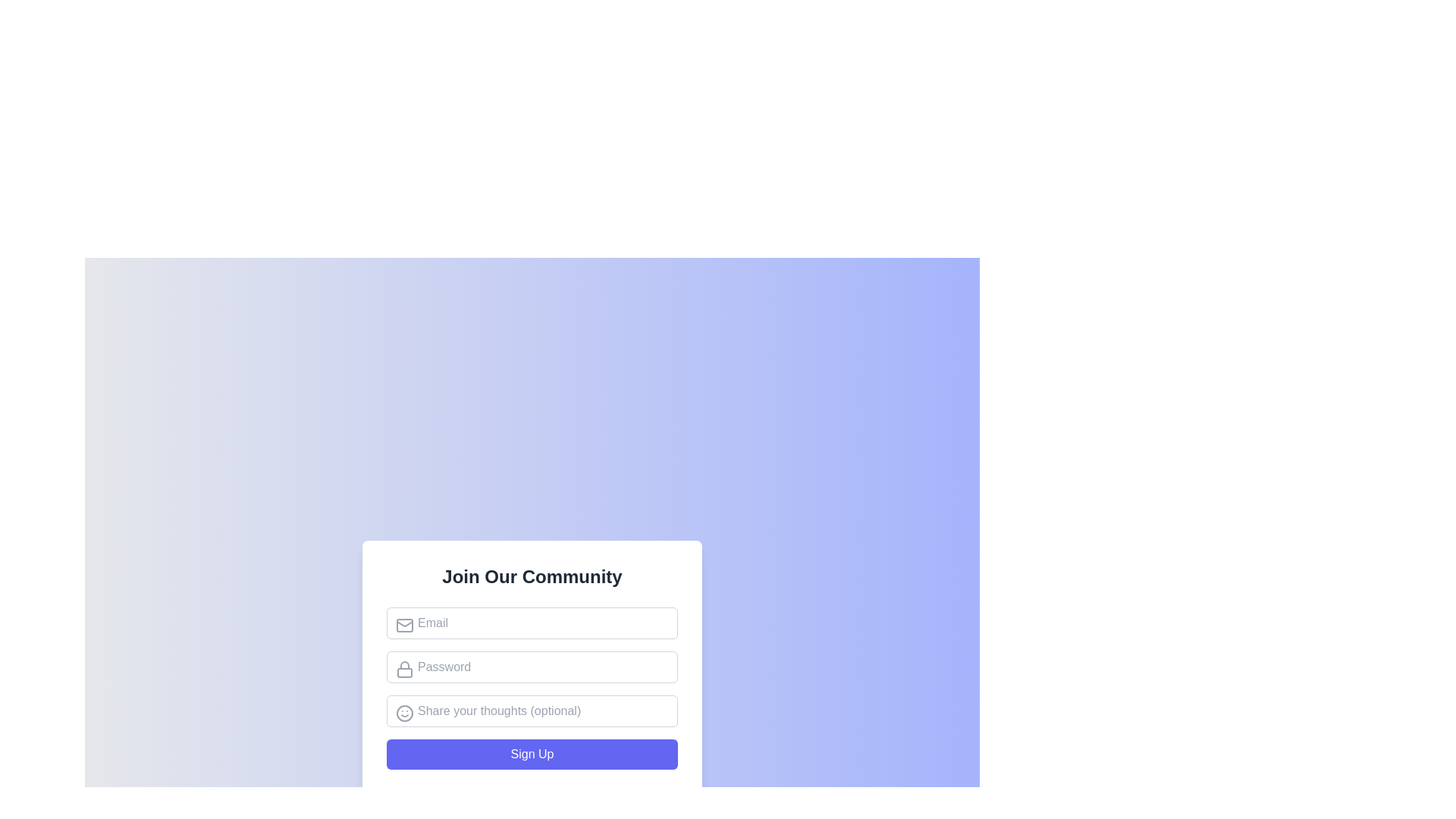  Describe the element at coordinates (532, 576) in the screenshot. I see `the Text Label that serves as a title for the user sign-up section, which is centrally located above the input fields and the 'Sign Up' button` at that location.